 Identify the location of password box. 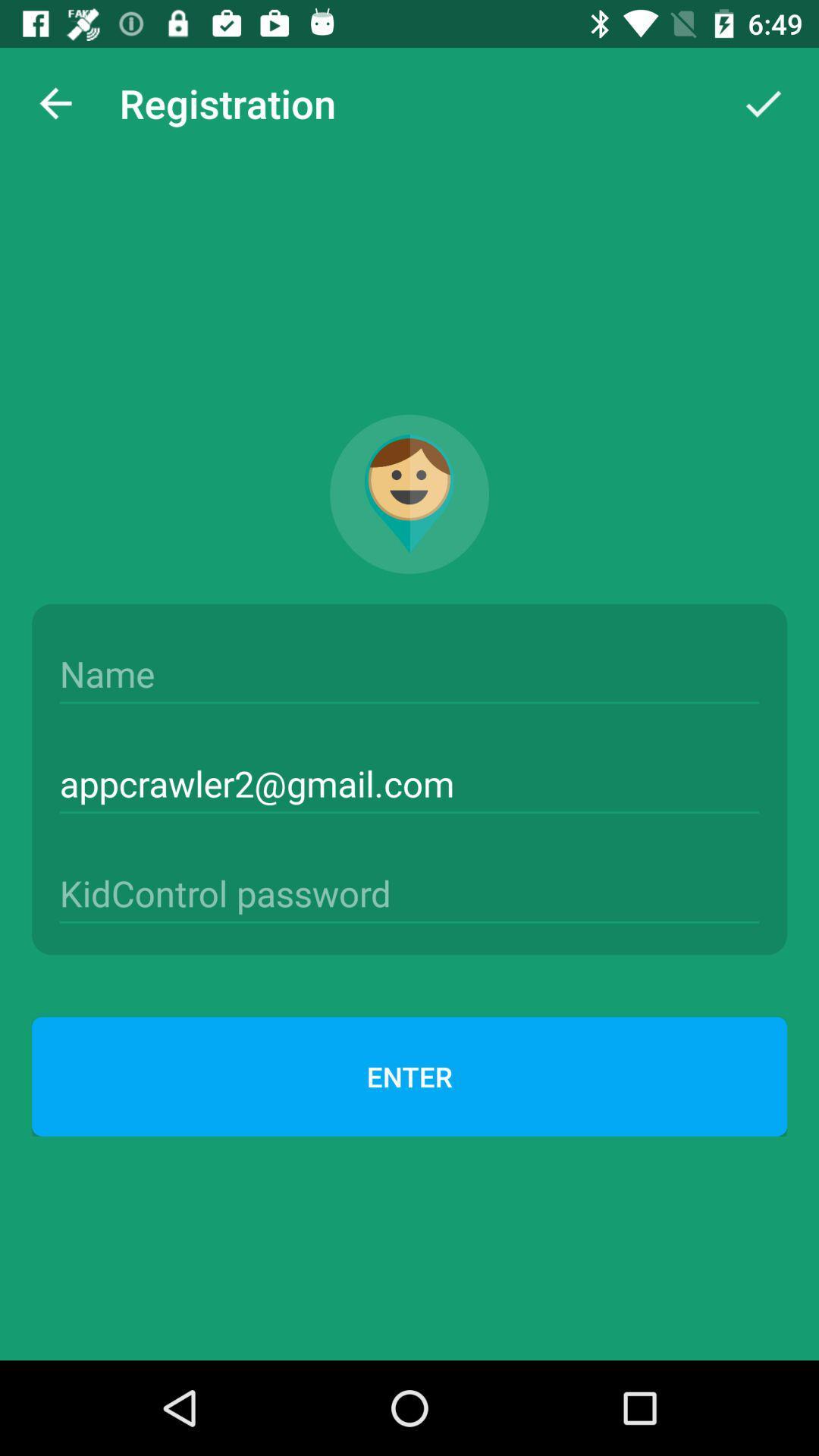
(409, 894).